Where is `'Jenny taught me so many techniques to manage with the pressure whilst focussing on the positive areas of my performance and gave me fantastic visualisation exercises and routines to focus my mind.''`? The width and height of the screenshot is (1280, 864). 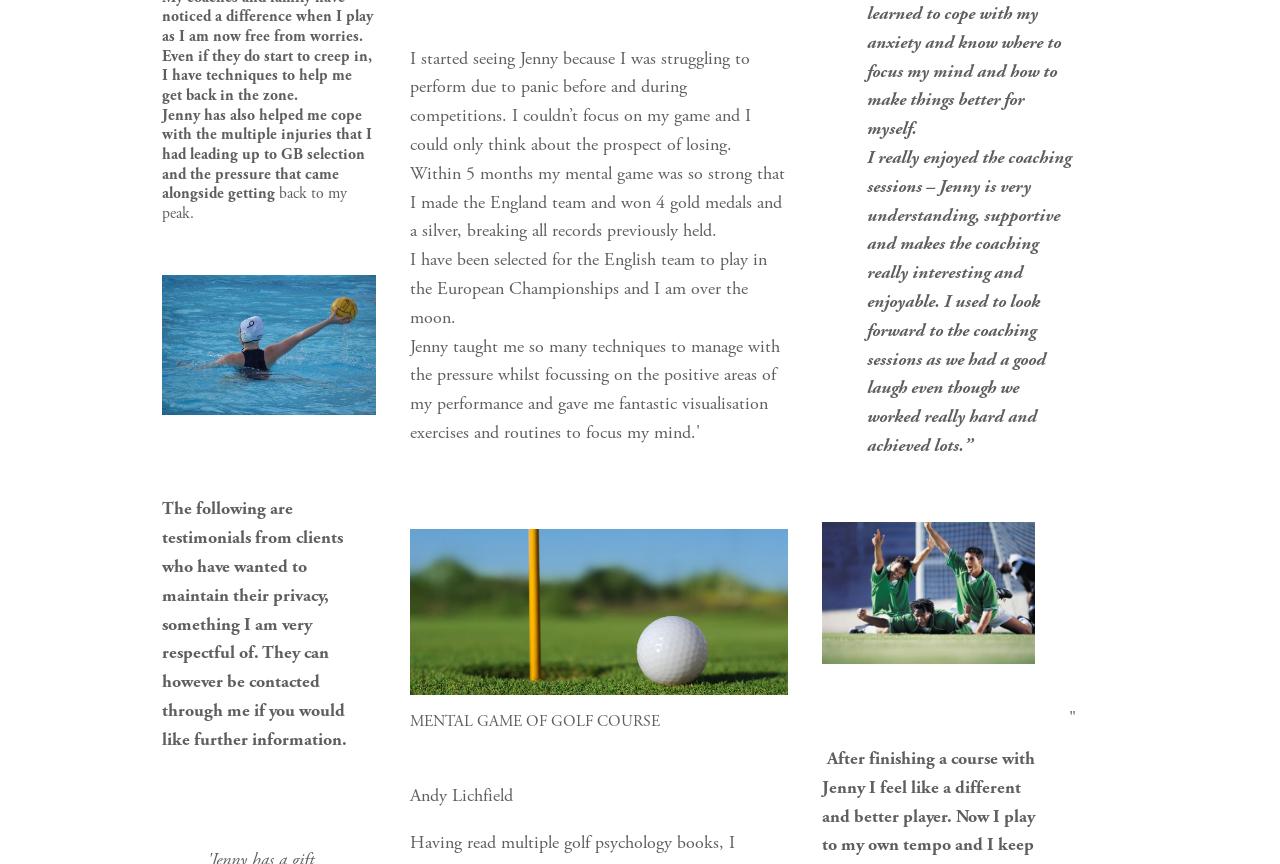 'Jenny taught me so many techniques to manage with the pressure whilst focussing on the positive areas of my performance and gave me fantastic visualisation exercises and routines to focus my mind.'' is located at coordinates (595, 387).